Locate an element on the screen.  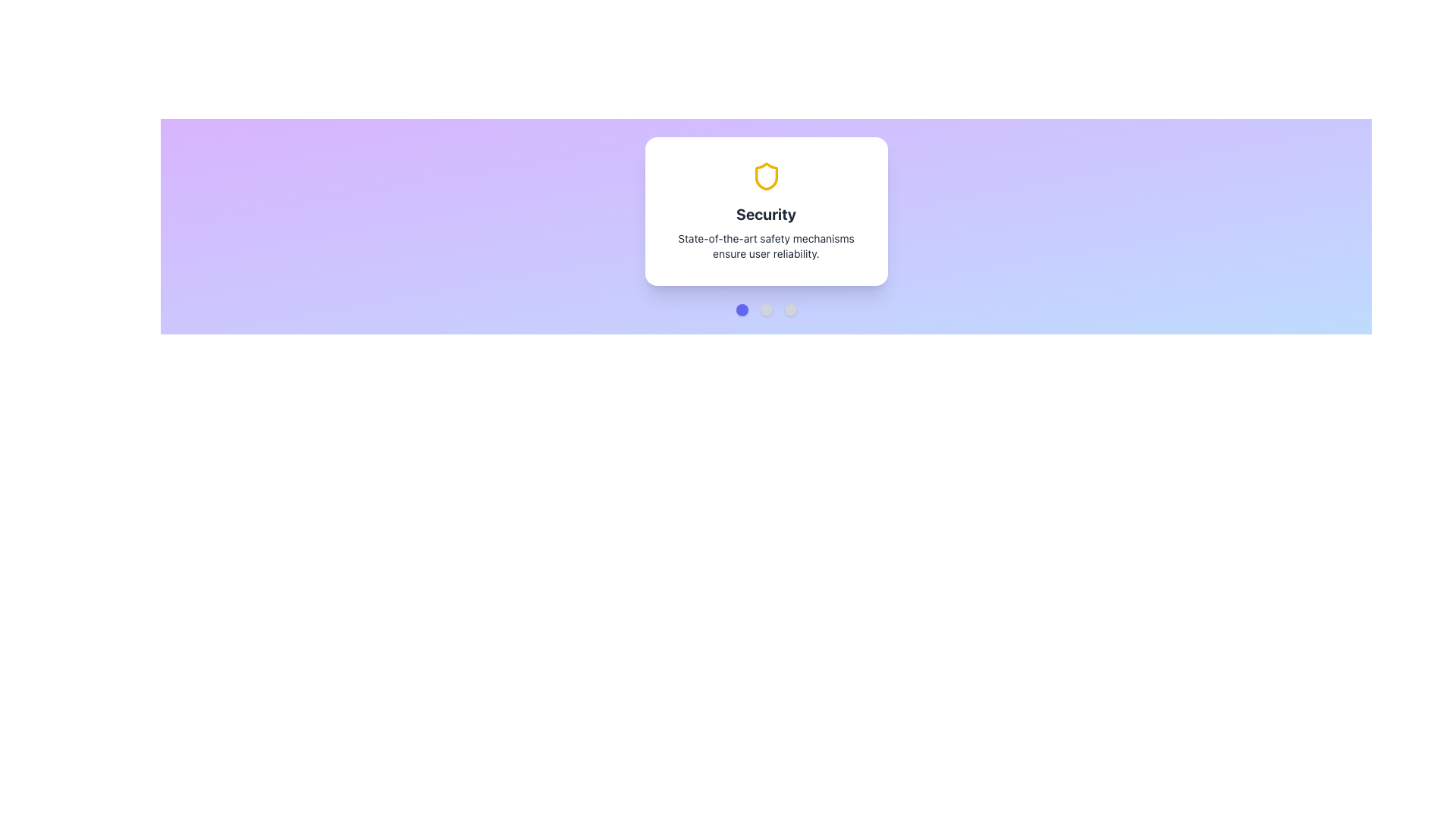
the second button in a horizontal arrangement of three buttons located directly beneath the 'Security' card component to change its color is located at coordinates (766, 309).